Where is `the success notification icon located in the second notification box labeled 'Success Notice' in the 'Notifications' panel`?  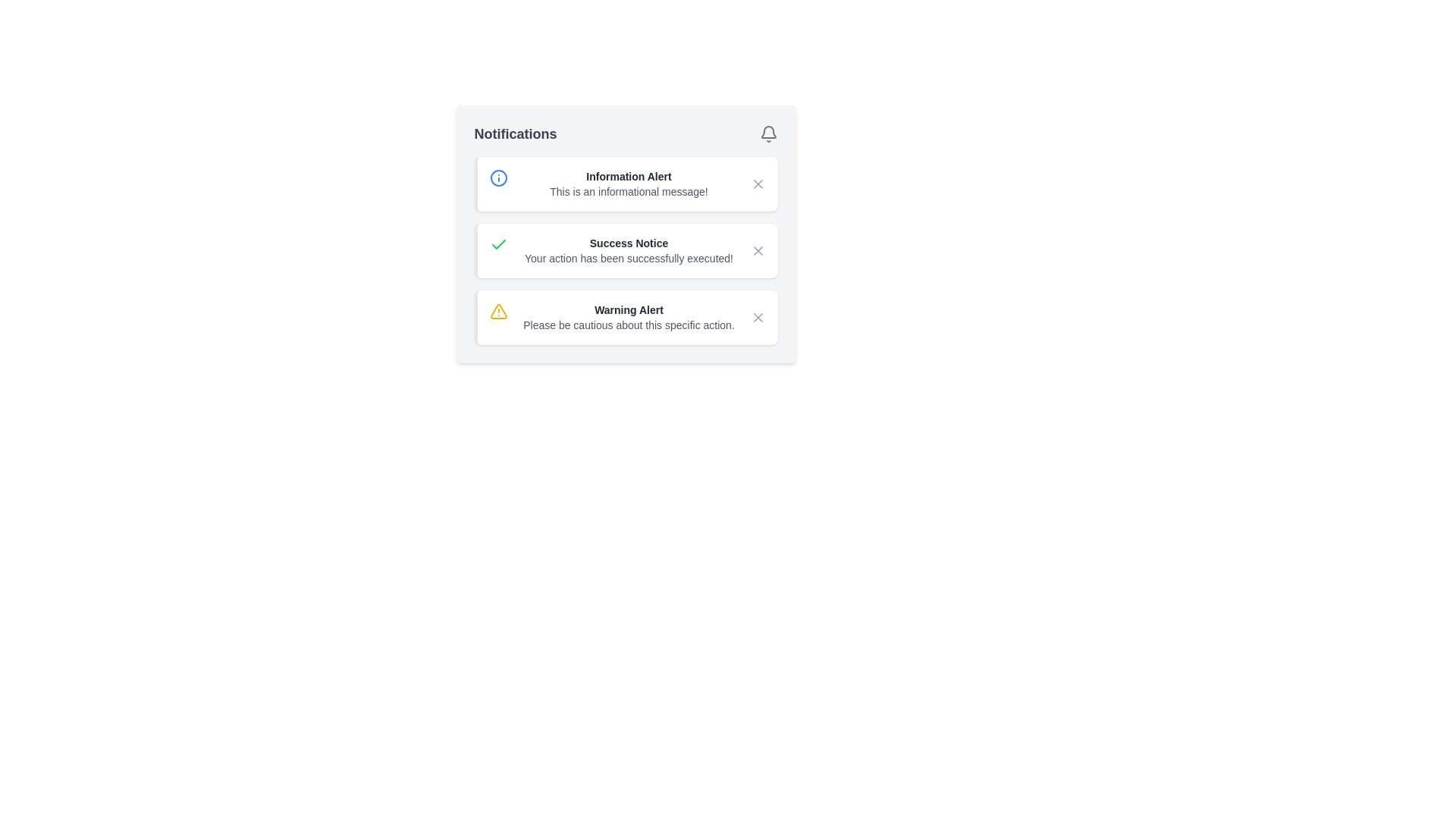
the success notification icon located in the second notification box labeled 'Success Notice' in the 'Notifications' panel is located at coordinates (498, 243).